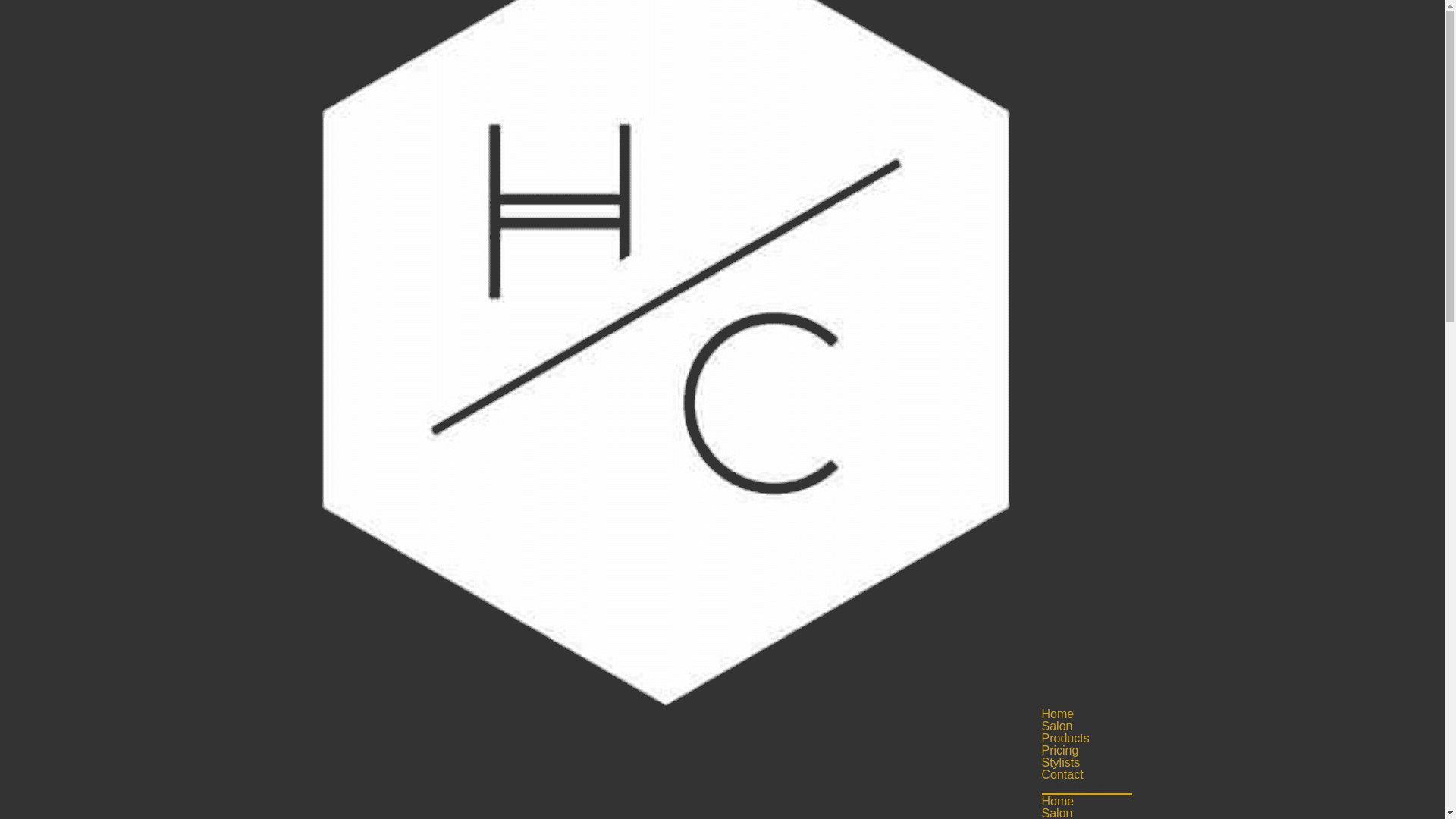 The width and height of the screenshot is (1456, 819). I want to click on 'Home', so click(1057, 714).